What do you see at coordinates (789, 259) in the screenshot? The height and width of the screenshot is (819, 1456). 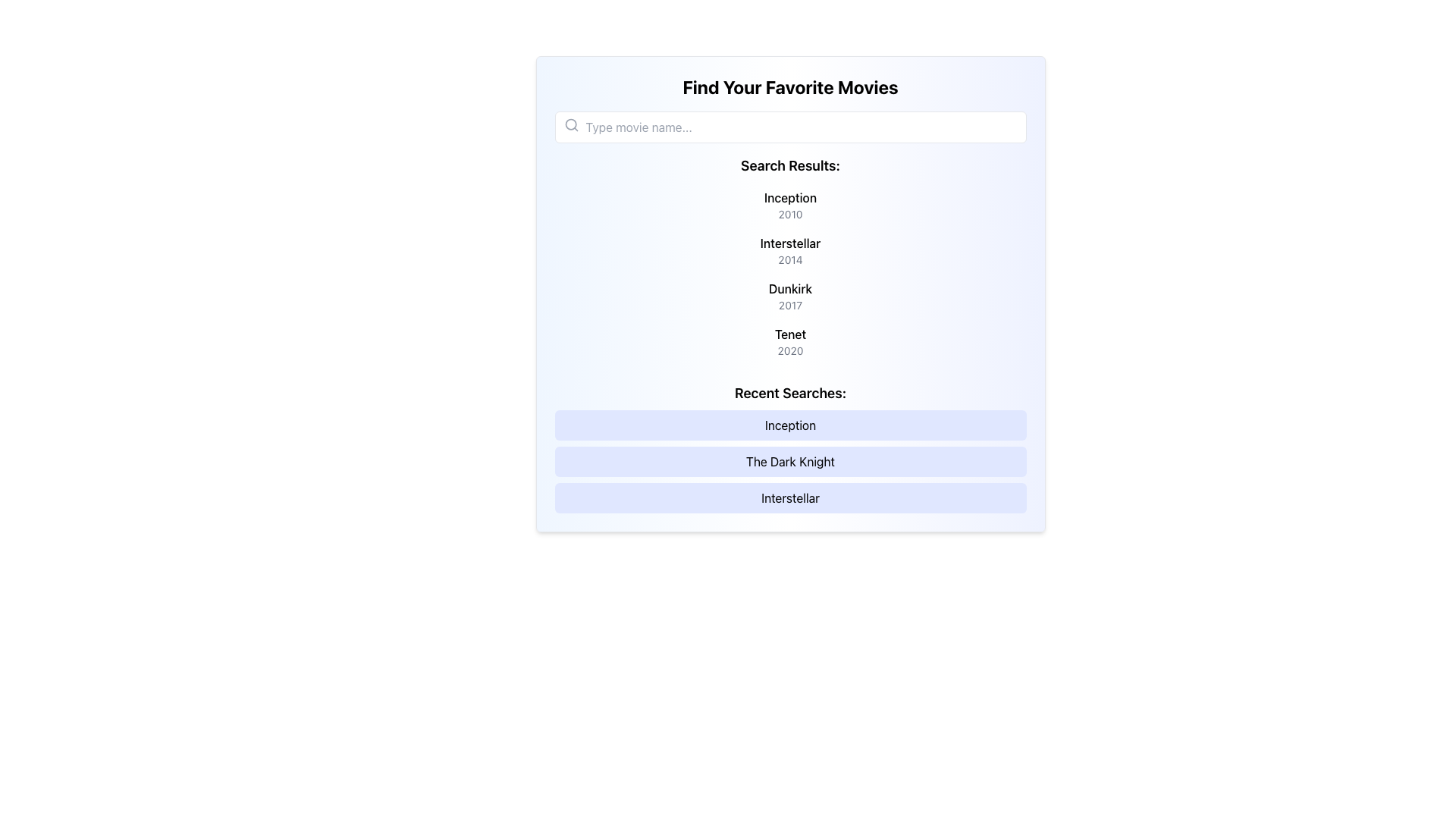 I see `text label displaying '2014' which is styled in gray and located under the title 'Interstellar' in the search results section` at bounding box center [789, 259].